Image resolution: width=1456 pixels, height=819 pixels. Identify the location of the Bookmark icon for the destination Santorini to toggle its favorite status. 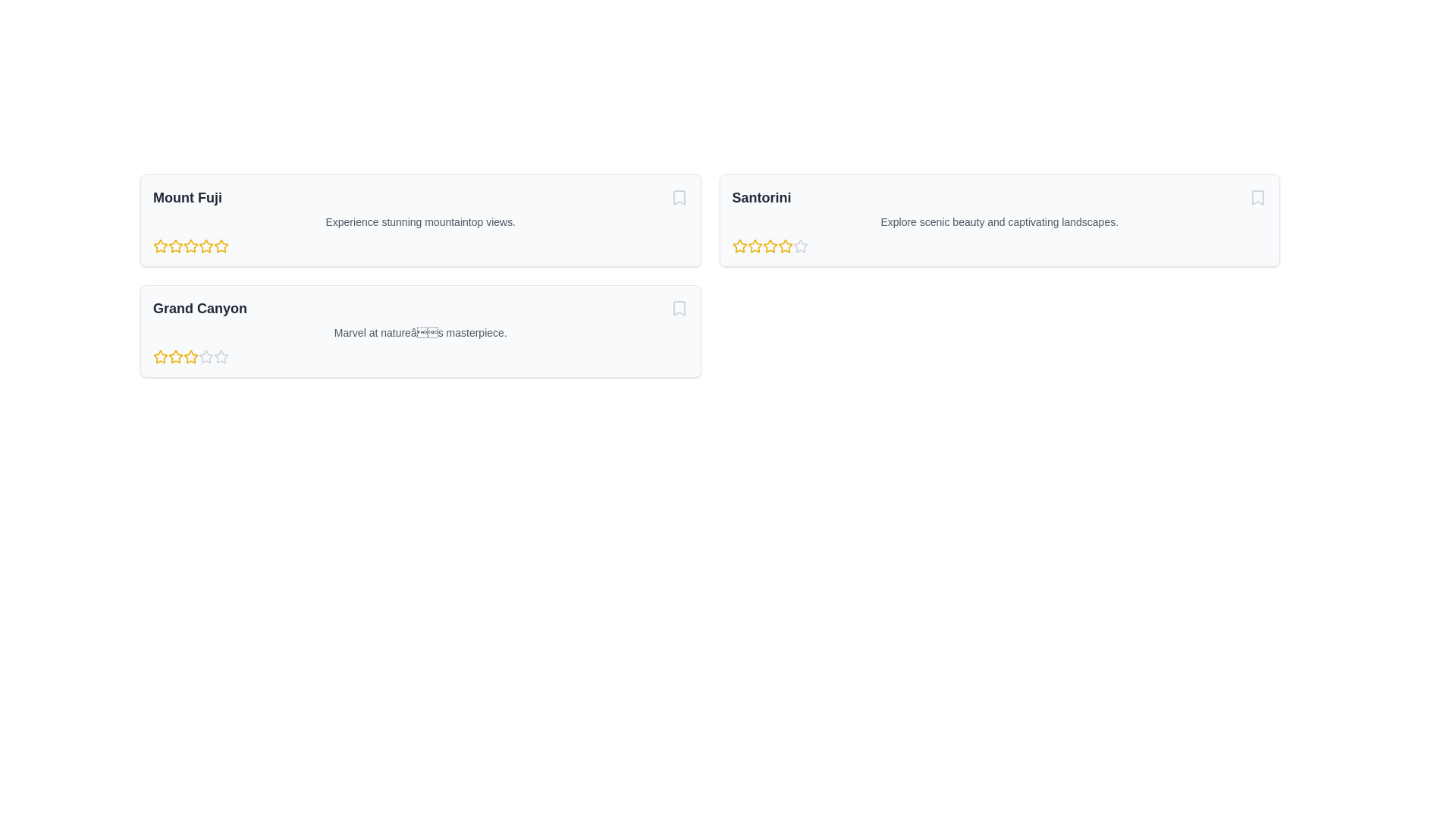
(1258, 197).